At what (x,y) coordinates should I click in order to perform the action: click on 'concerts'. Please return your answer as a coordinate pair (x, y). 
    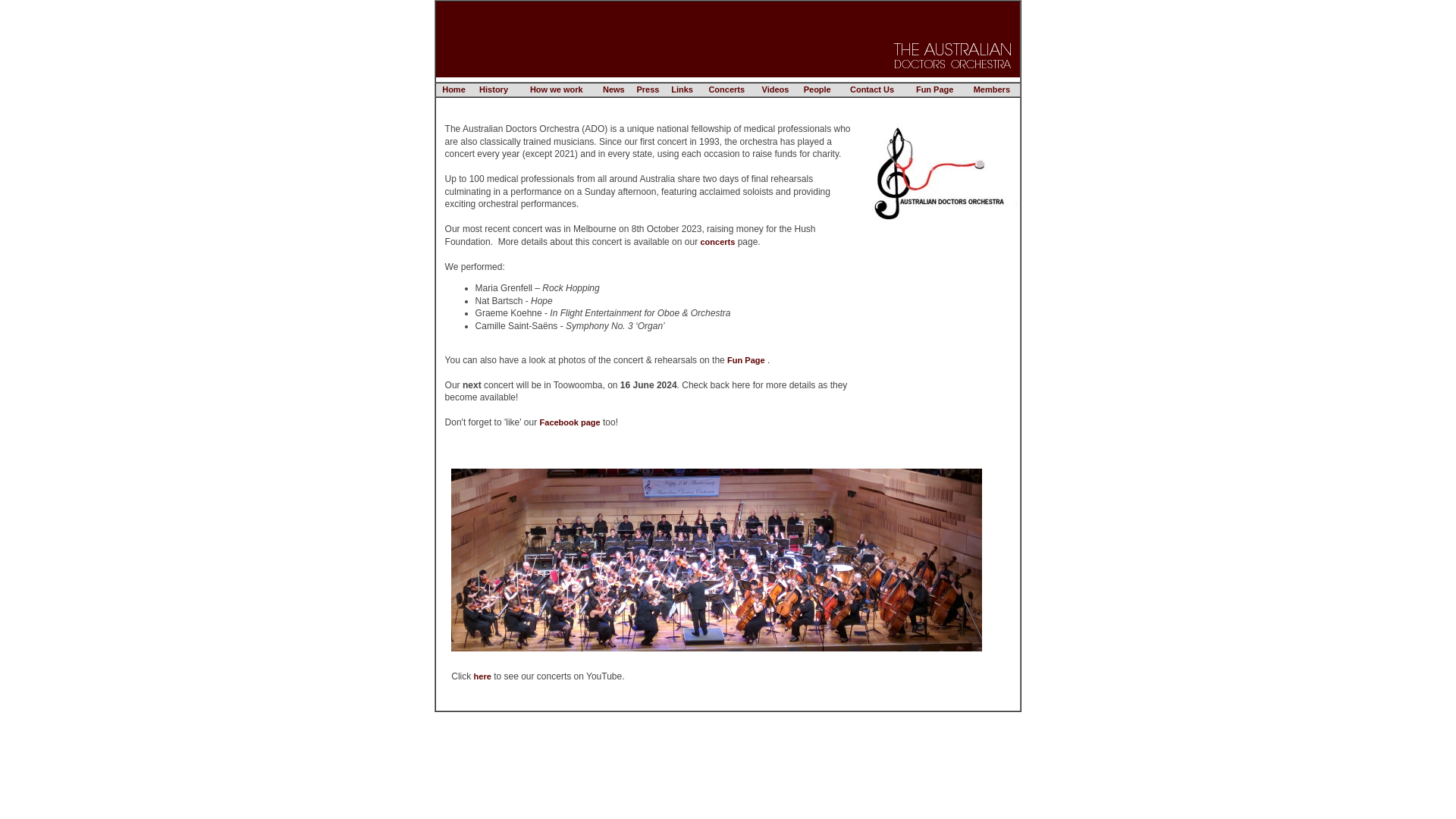
    Looking at the image, I should click on (716, 240).